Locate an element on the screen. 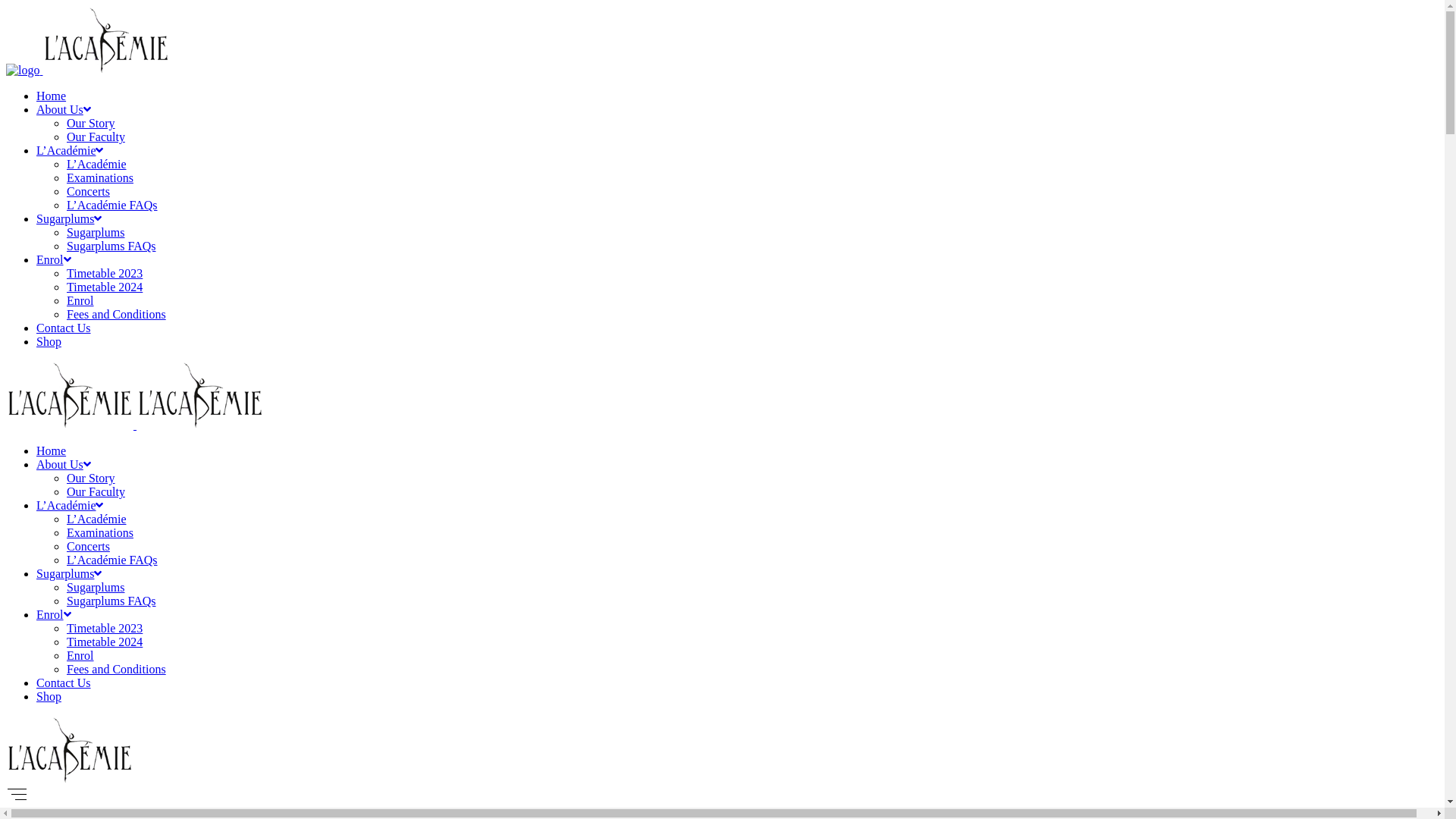 The image size is (1456, 819). 'Contact Us' is located at coordinates (62, 682).